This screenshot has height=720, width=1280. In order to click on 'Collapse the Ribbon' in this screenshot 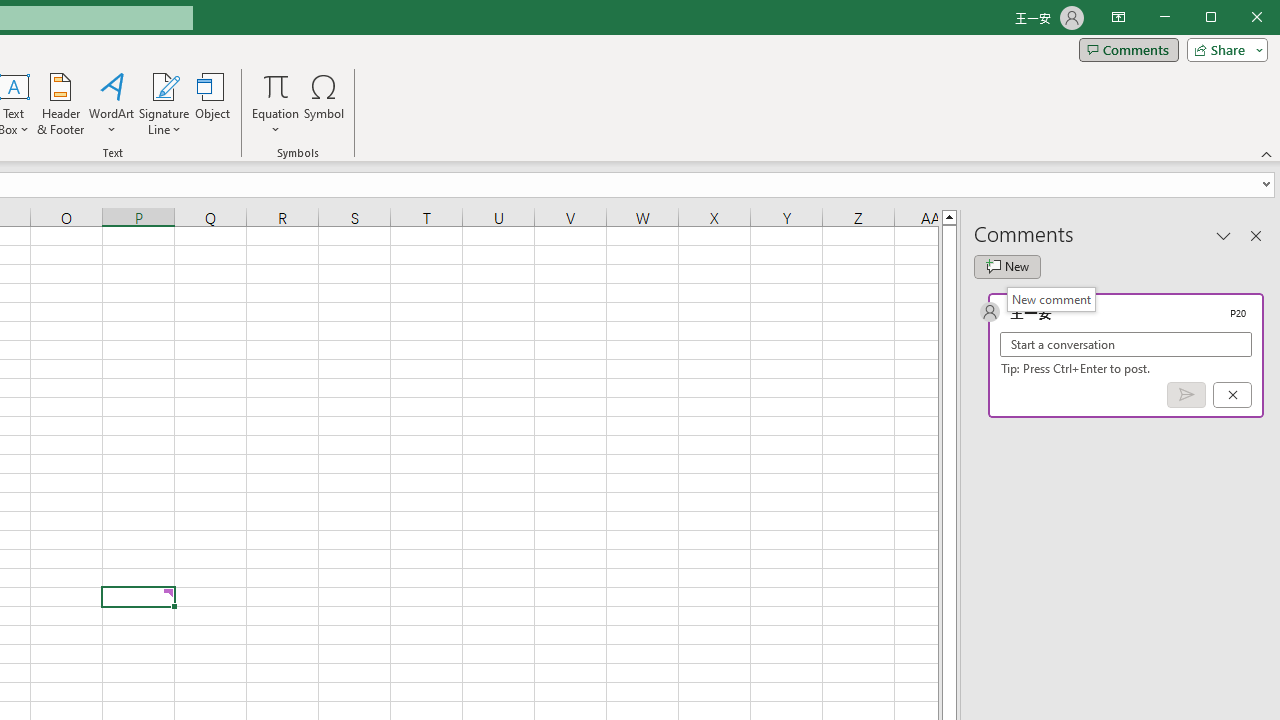, I will do `click(1266, 153)`.